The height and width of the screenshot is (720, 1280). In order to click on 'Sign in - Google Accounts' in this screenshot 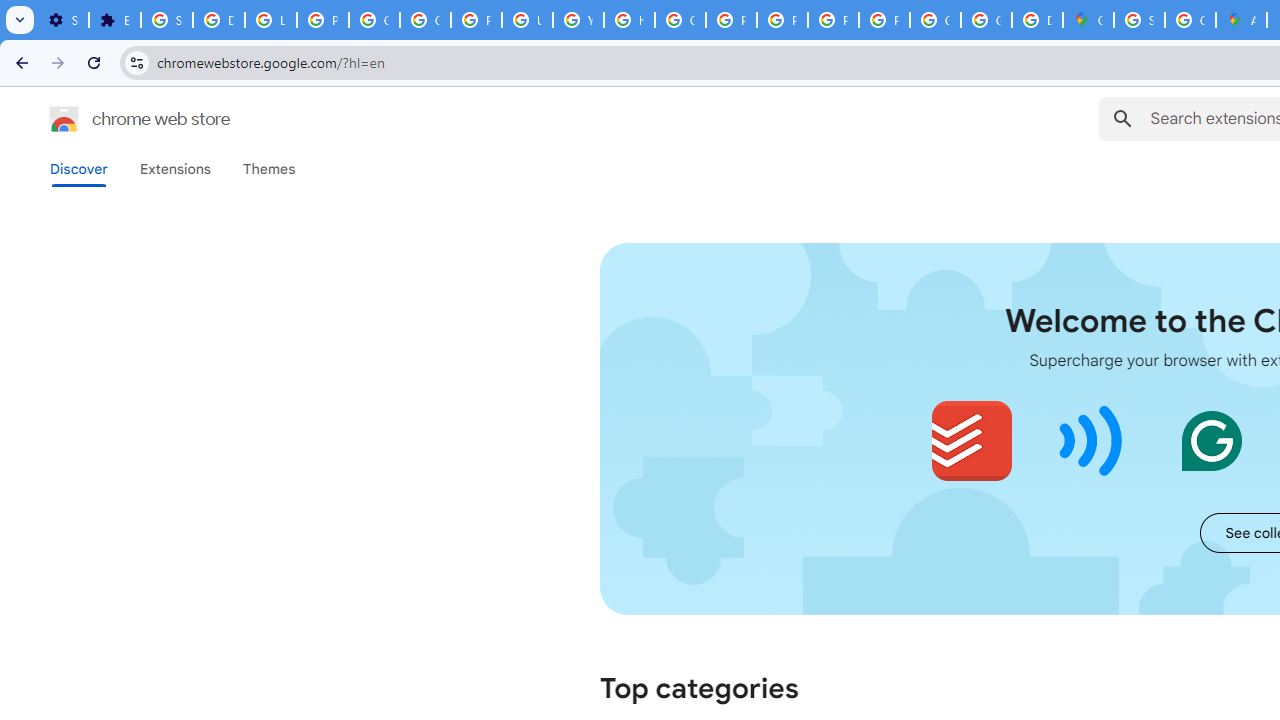, I will do `click(1139, 20)`.